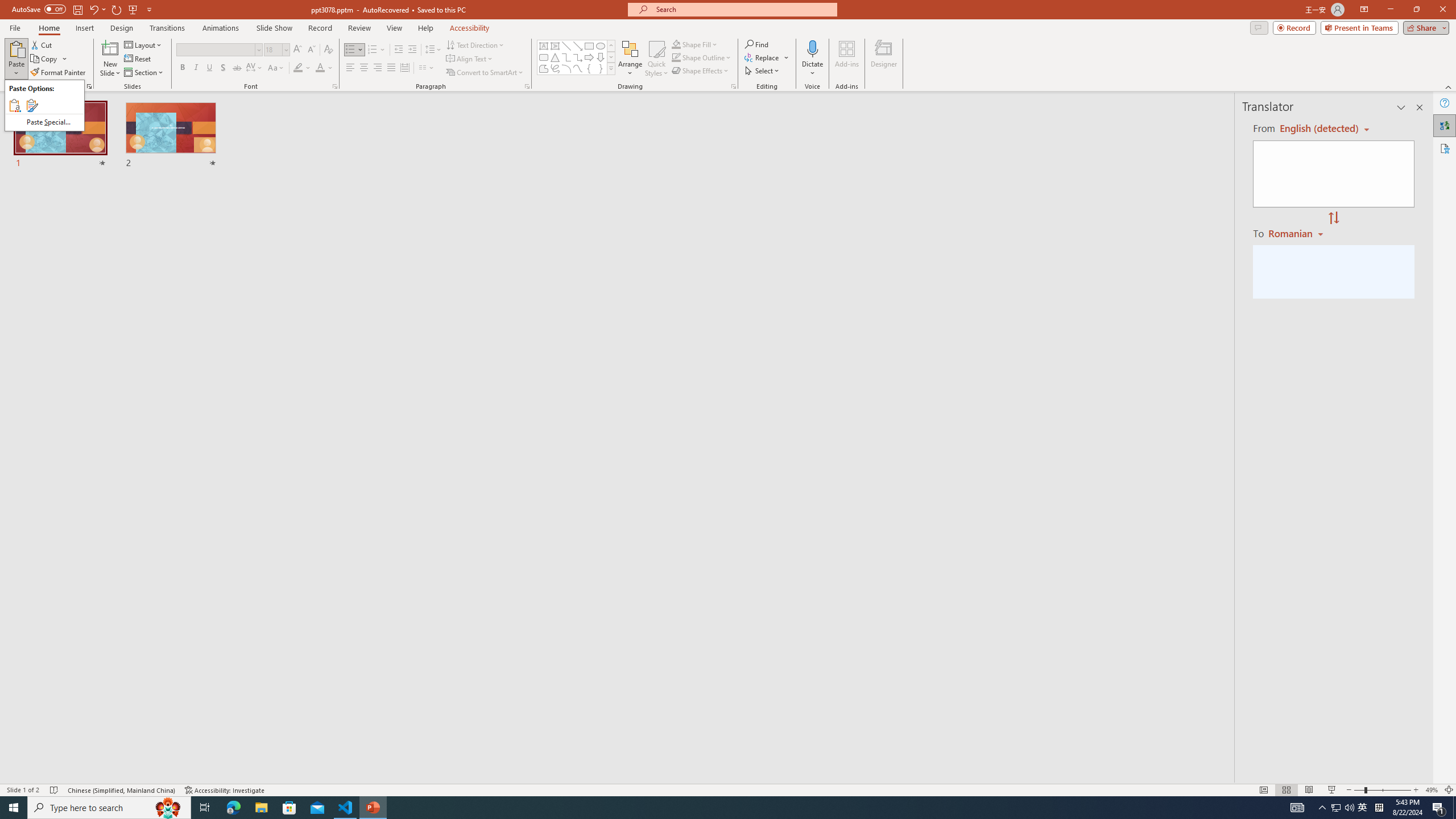 The width and height of the screenshot is (1456, 819). What do you see at coordinates (763, 69) in the screenshot?
I see `'Select'` at bounding box center [763, 69].